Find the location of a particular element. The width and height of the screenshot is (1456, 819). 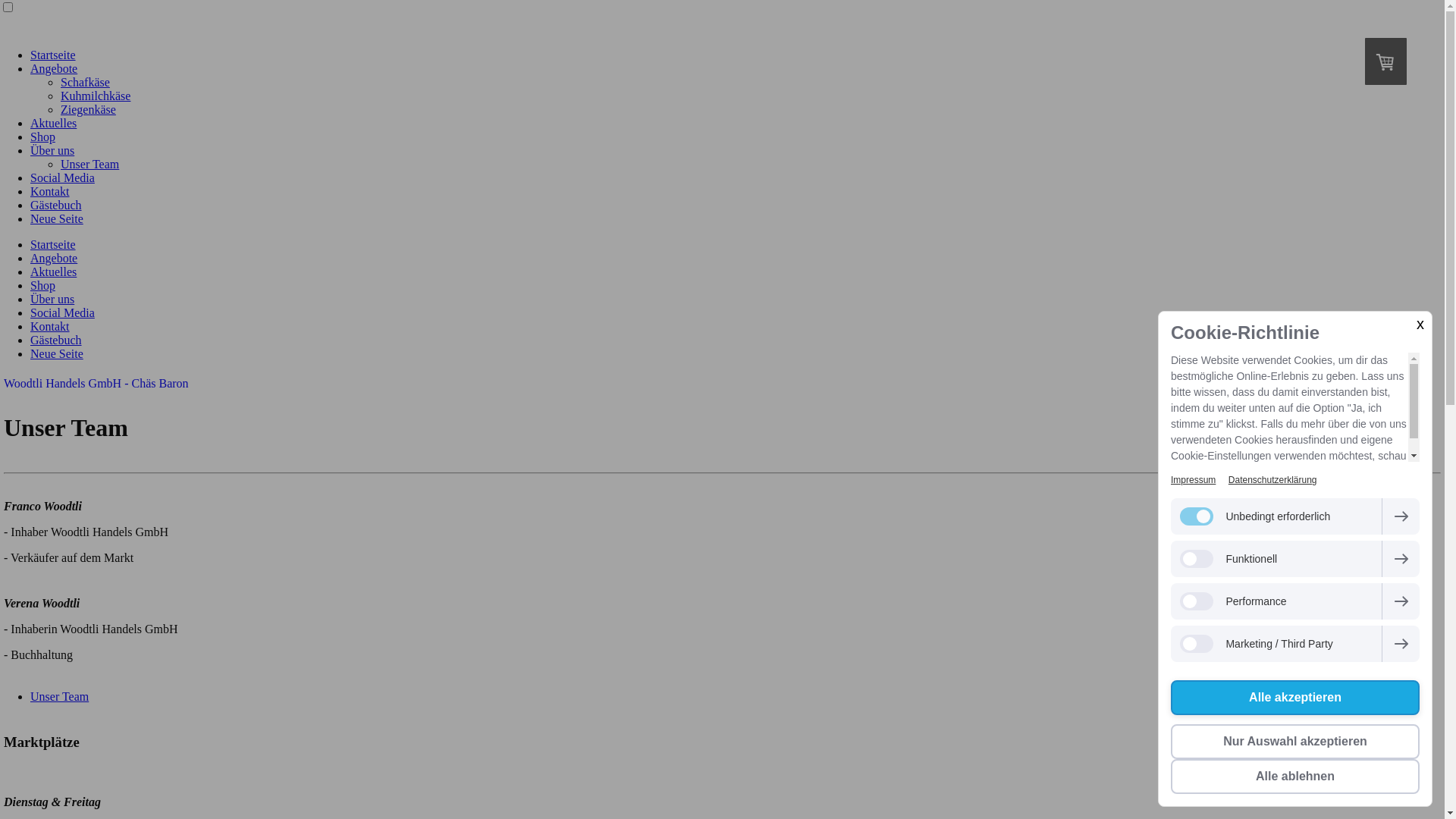

'Unser Team' is located at coordinates (59, 696).